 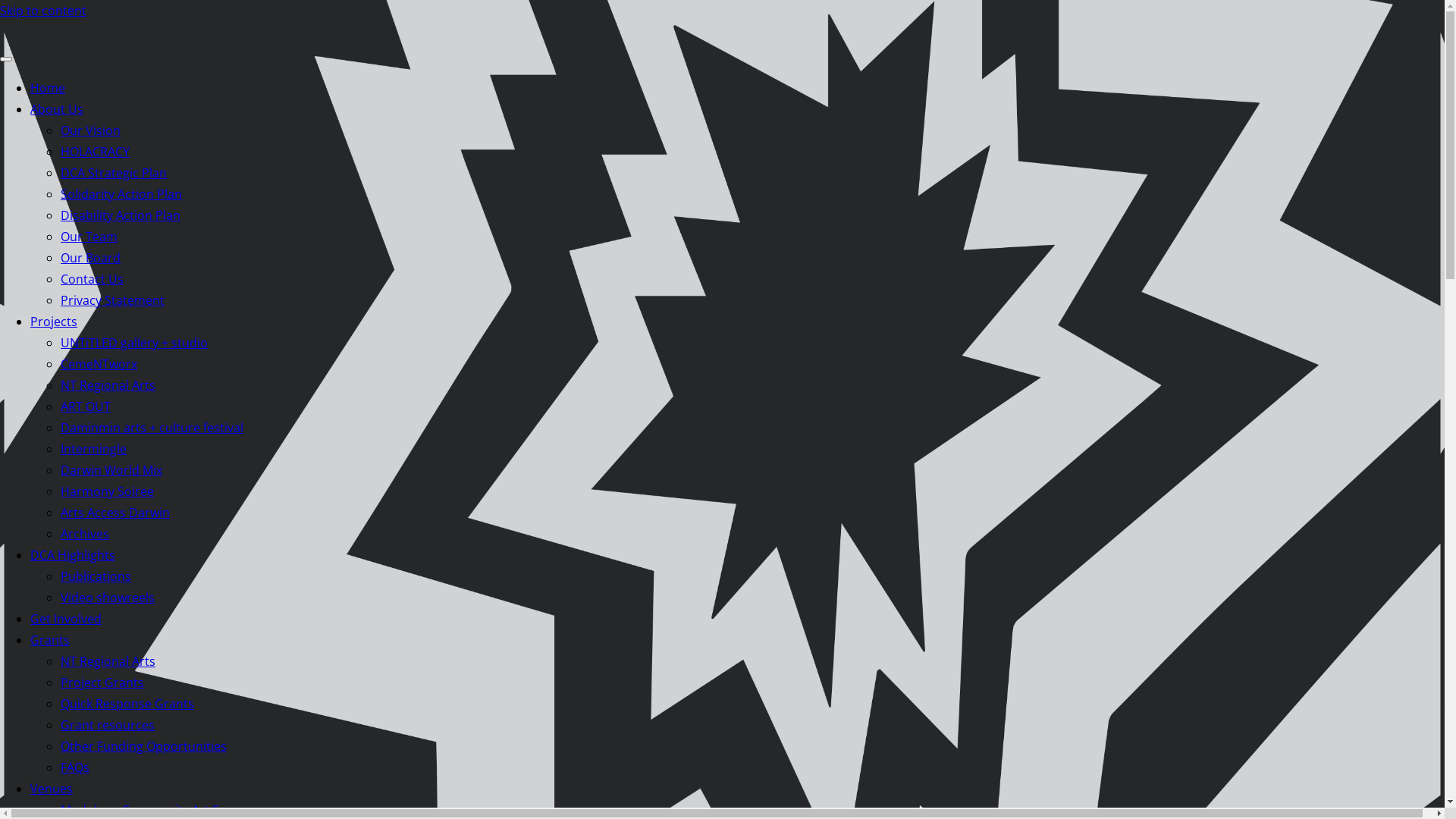 What do you see at coordinates (95, 576) in the screenshot?
I see `'Publications'` at bounding box center [95, 576].